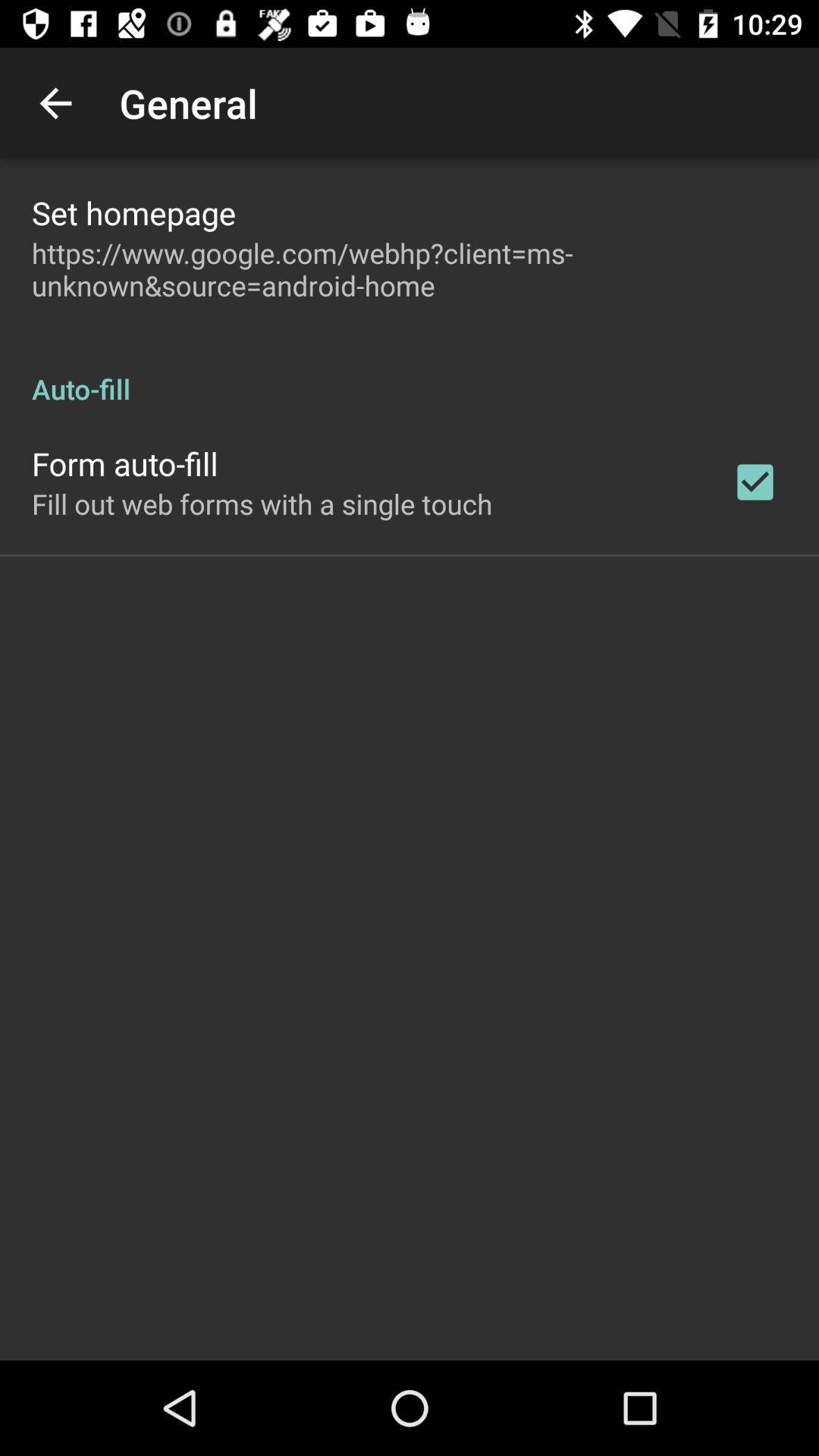  I want to click on the https www google item, so click(409, 269).